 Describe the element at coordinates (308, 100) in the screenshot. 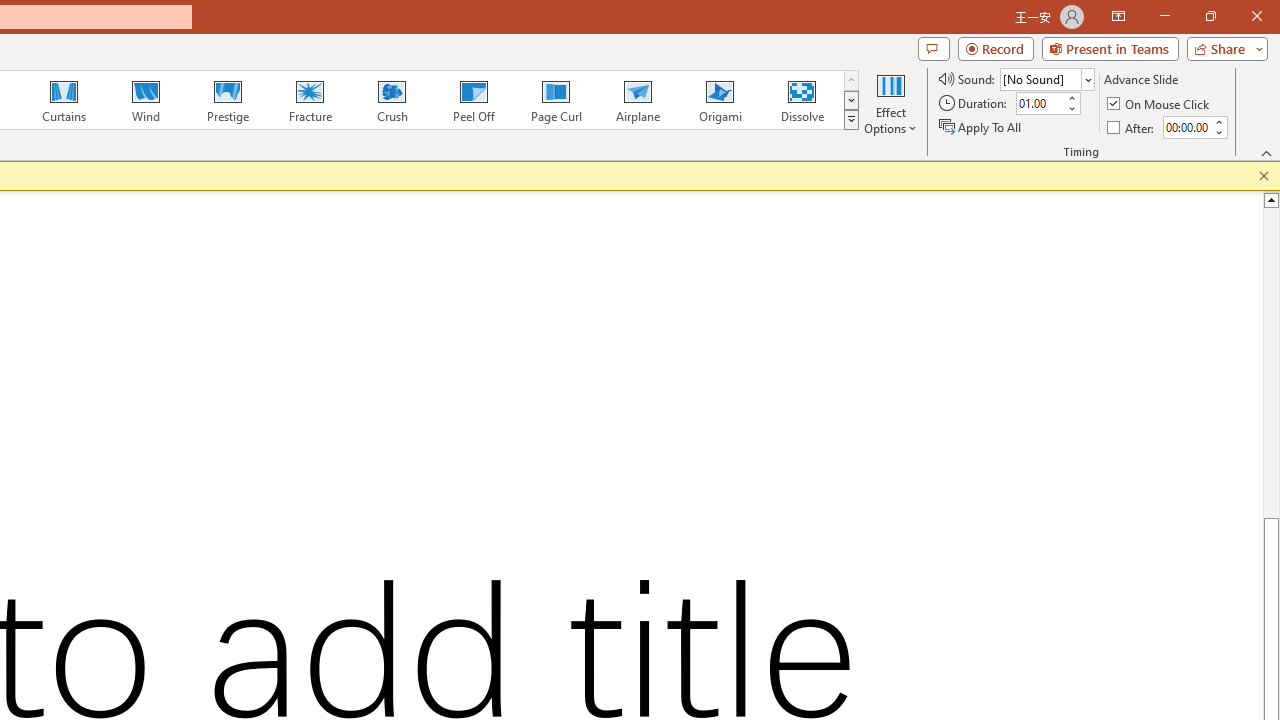

I see `'Fracture'` at that location.